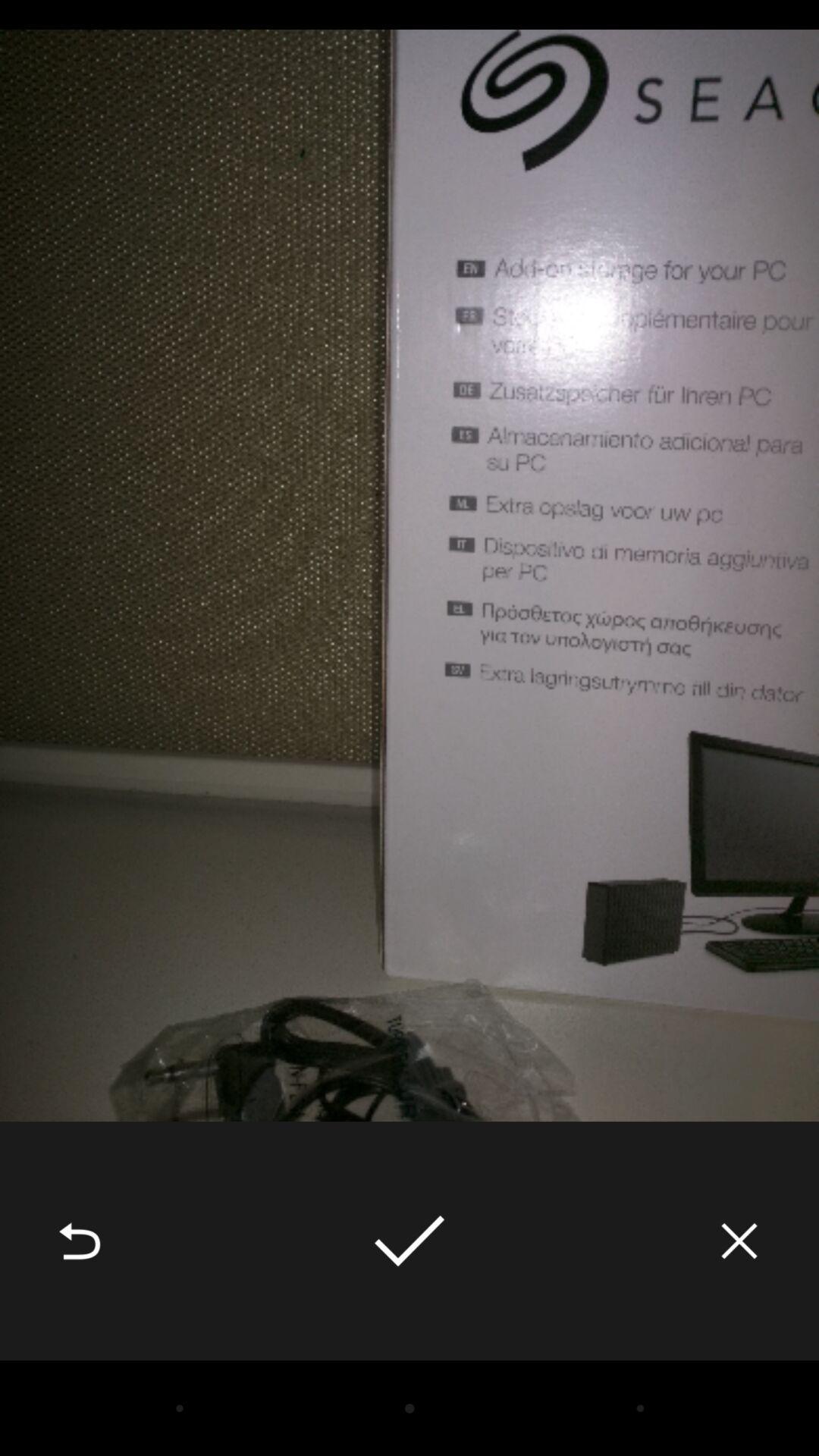 This screenshot has height=1456, width=819. What do you see at coordinates (739, 1241) in the screenshot?
I see `icon at the bottom right corner` at bounding box center [739, 1241].